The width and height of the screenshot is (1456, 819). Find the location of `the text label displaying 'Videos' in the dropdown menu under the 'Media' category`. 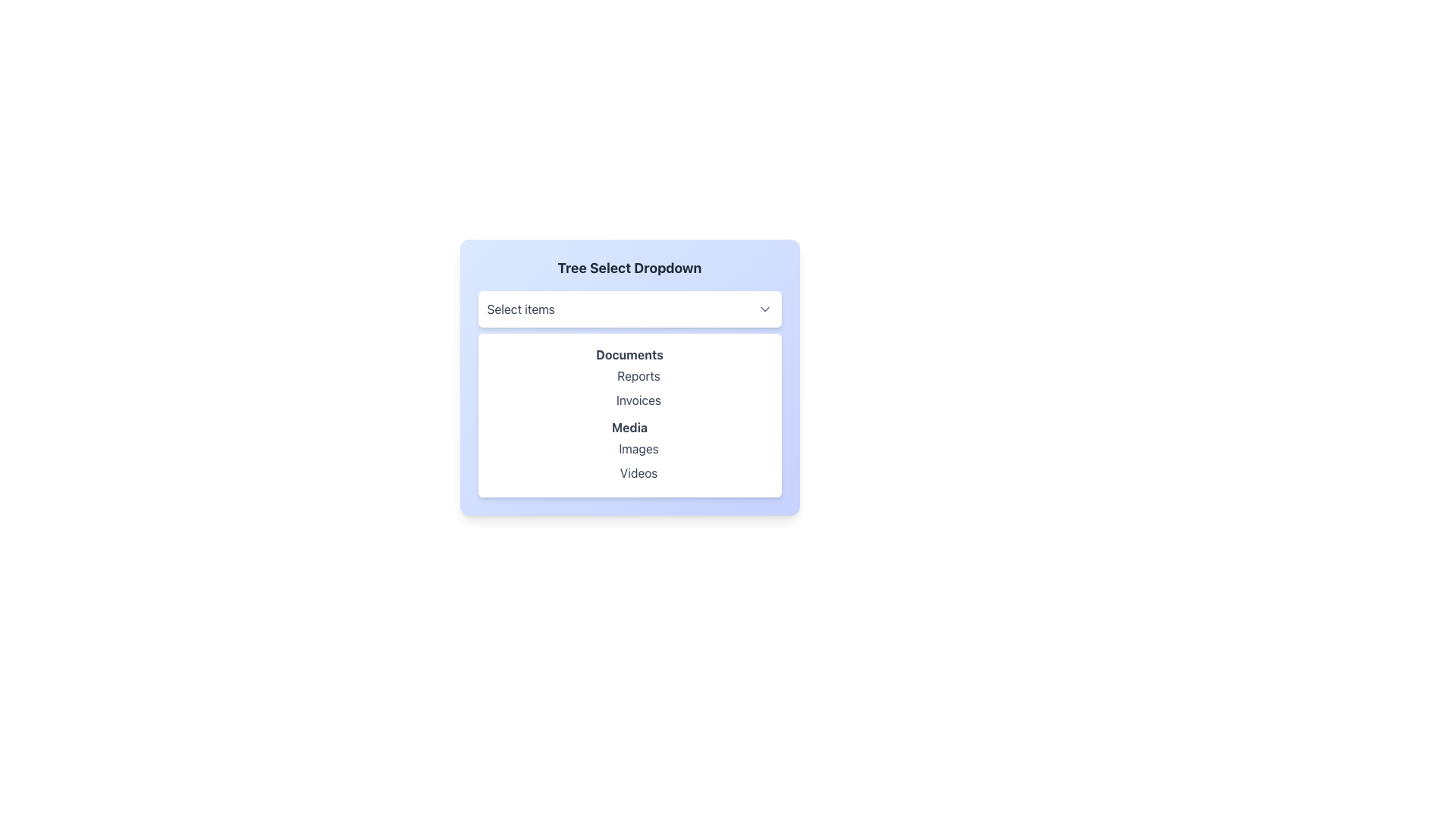

the text label displaying 'Videos' in the dropdown menu under the 'Media' category is located at coordinates (635, 472).